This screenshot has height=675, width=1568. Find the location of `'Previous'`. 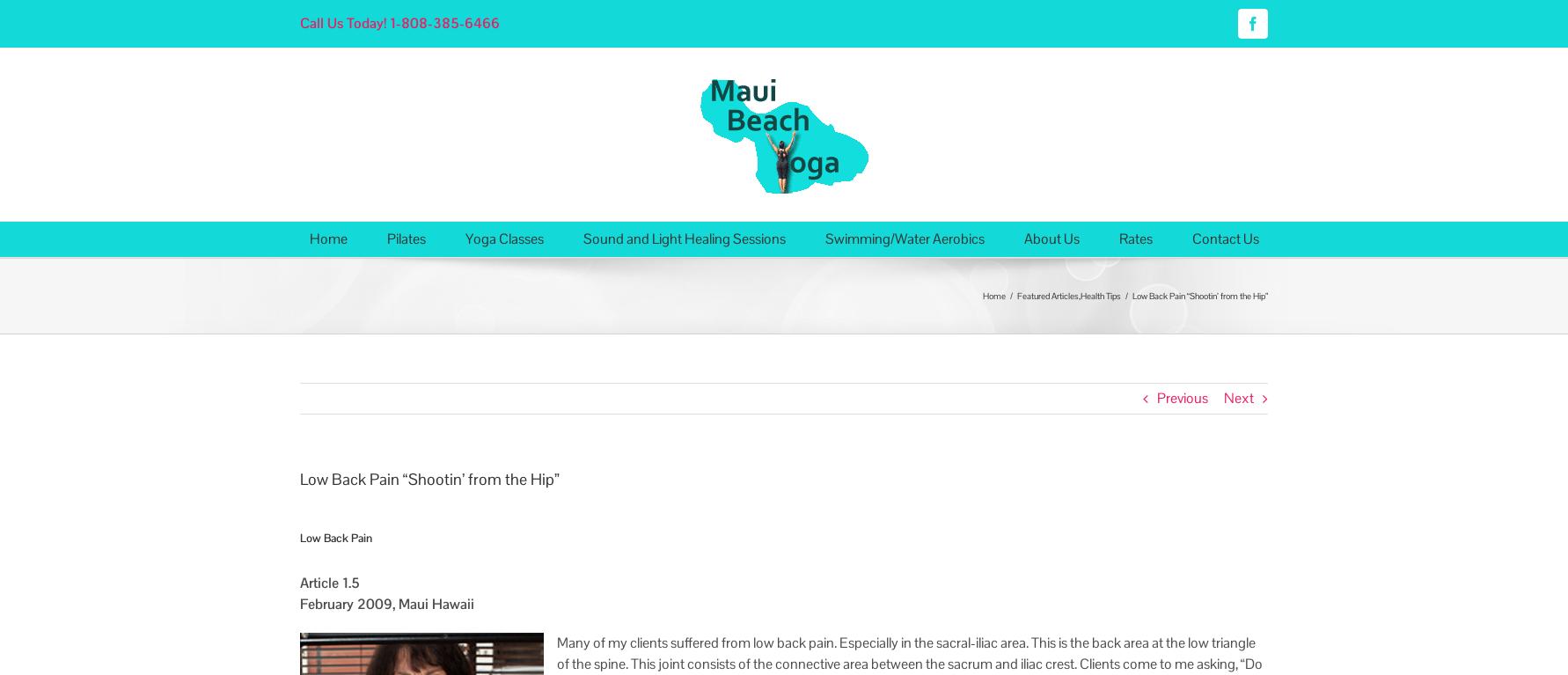

'Previous' is located at coordinates (1156, 397).